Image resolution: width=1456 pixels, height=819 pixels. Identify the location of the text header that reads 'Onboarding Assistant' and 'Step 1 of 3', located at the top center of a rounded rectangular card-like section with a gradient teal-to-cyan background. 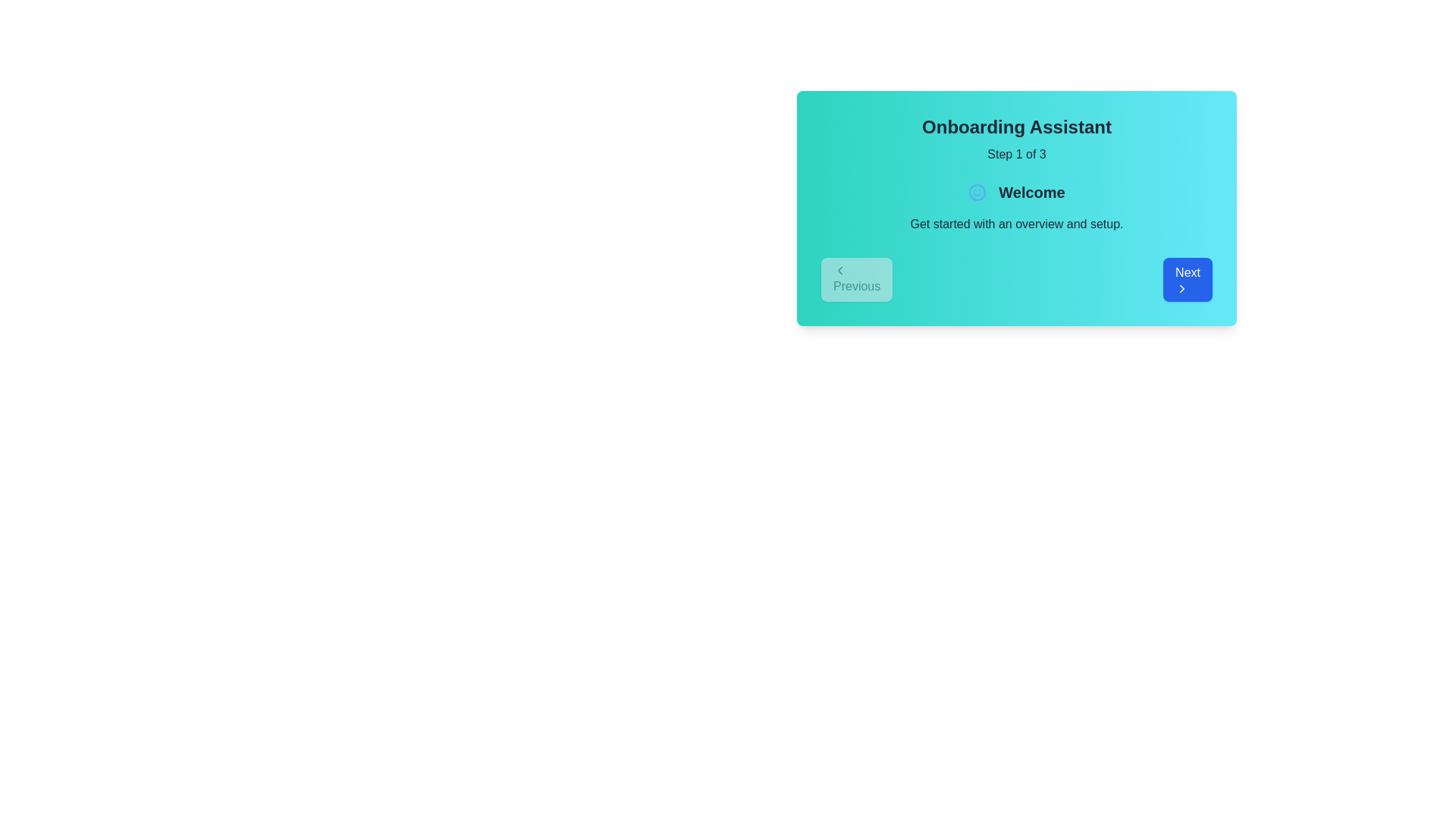
(1016, 140).